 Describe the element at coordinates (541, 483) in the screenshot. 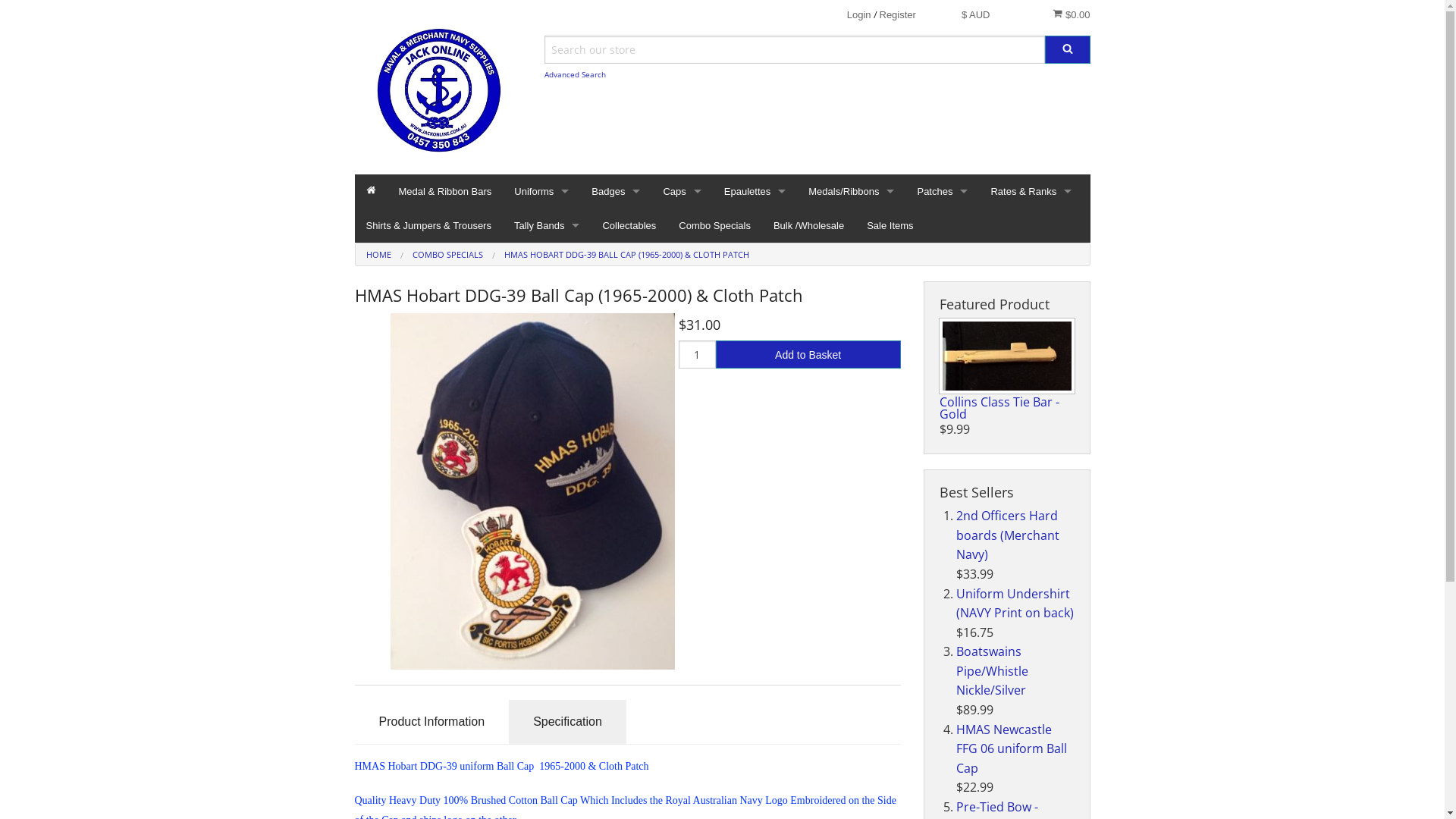

I see `'Tie-Pins/Bars'` at that location.